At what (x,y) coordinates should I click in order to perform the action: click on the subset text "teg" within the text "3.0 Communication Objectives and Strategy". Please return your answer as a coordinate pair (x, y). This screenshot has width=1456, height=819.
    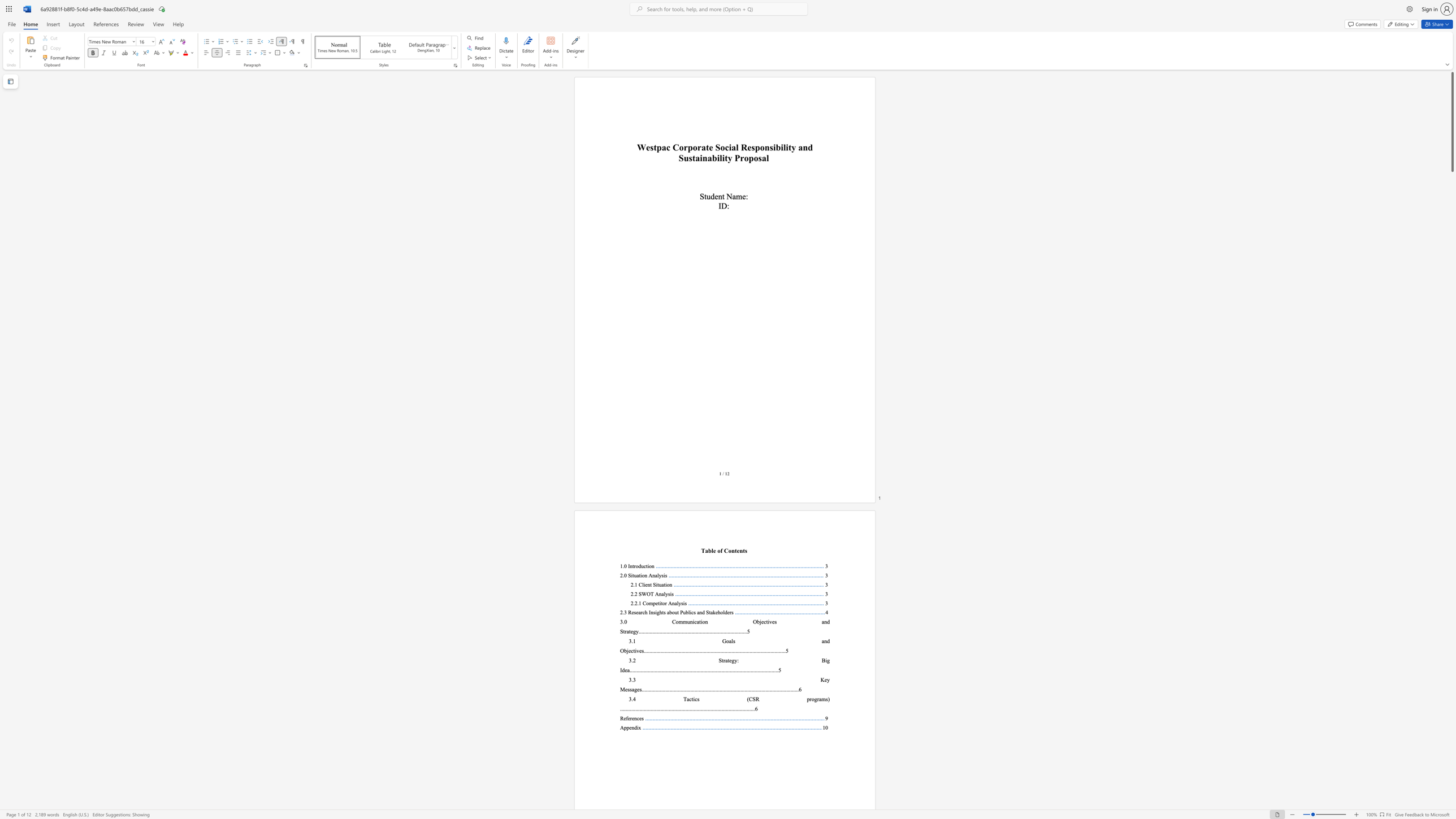
    Looking at the image, I should click on (629, 631).